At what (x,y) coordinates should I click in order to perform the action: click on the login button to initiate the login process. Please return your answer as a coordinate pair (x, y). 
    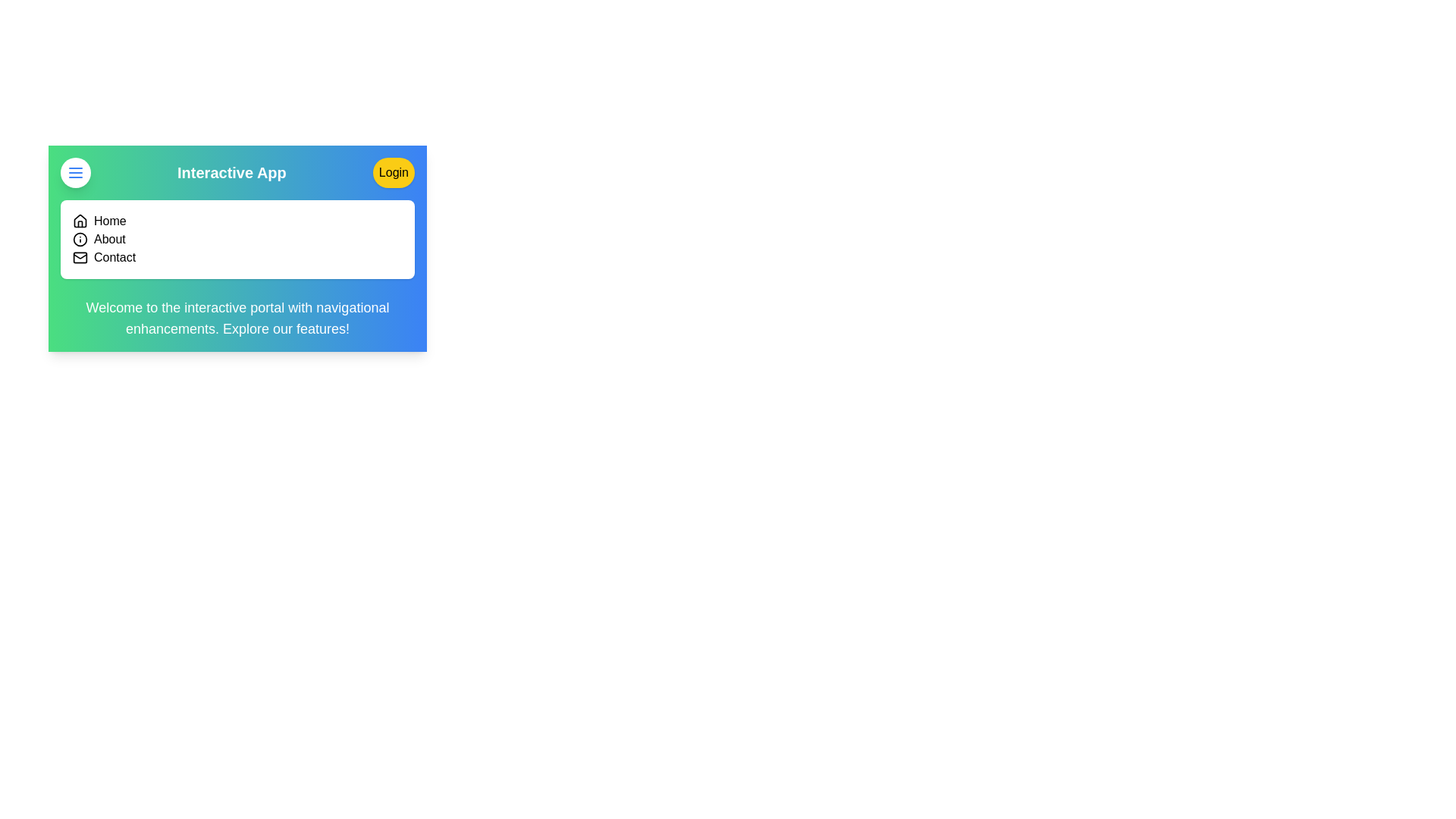
    Looking at the image, I should click on (393, 171).